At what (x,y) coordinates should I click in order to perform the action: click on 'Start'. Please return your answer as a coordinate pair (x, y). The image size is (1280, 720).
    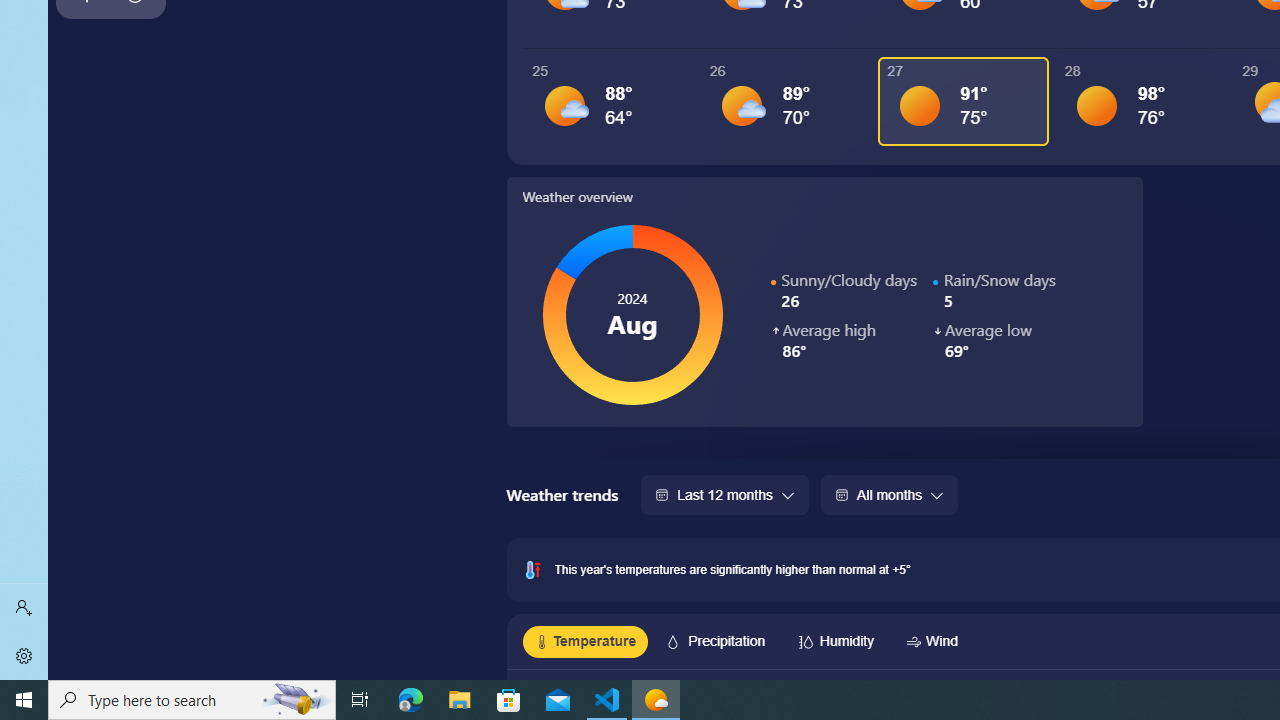
    Looking at the image, I should click on (24, 698).